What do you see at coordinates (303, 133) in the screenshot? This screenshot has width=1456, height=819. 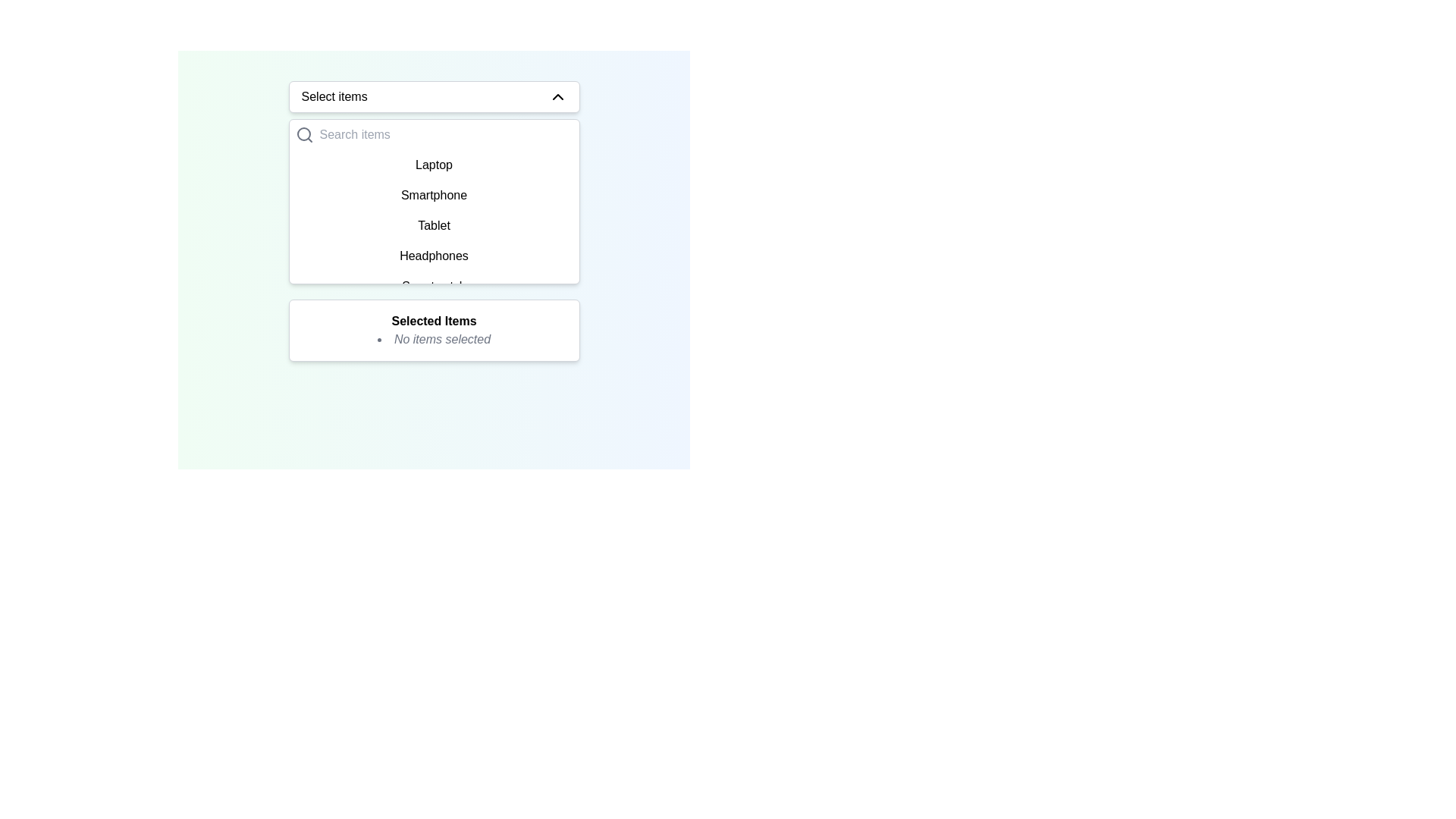 I see `the magnifying glass icon located at the far left of the search input field, which provides a visual cue for the adjacent input field used for searching items` at bounding box center [303, 133].